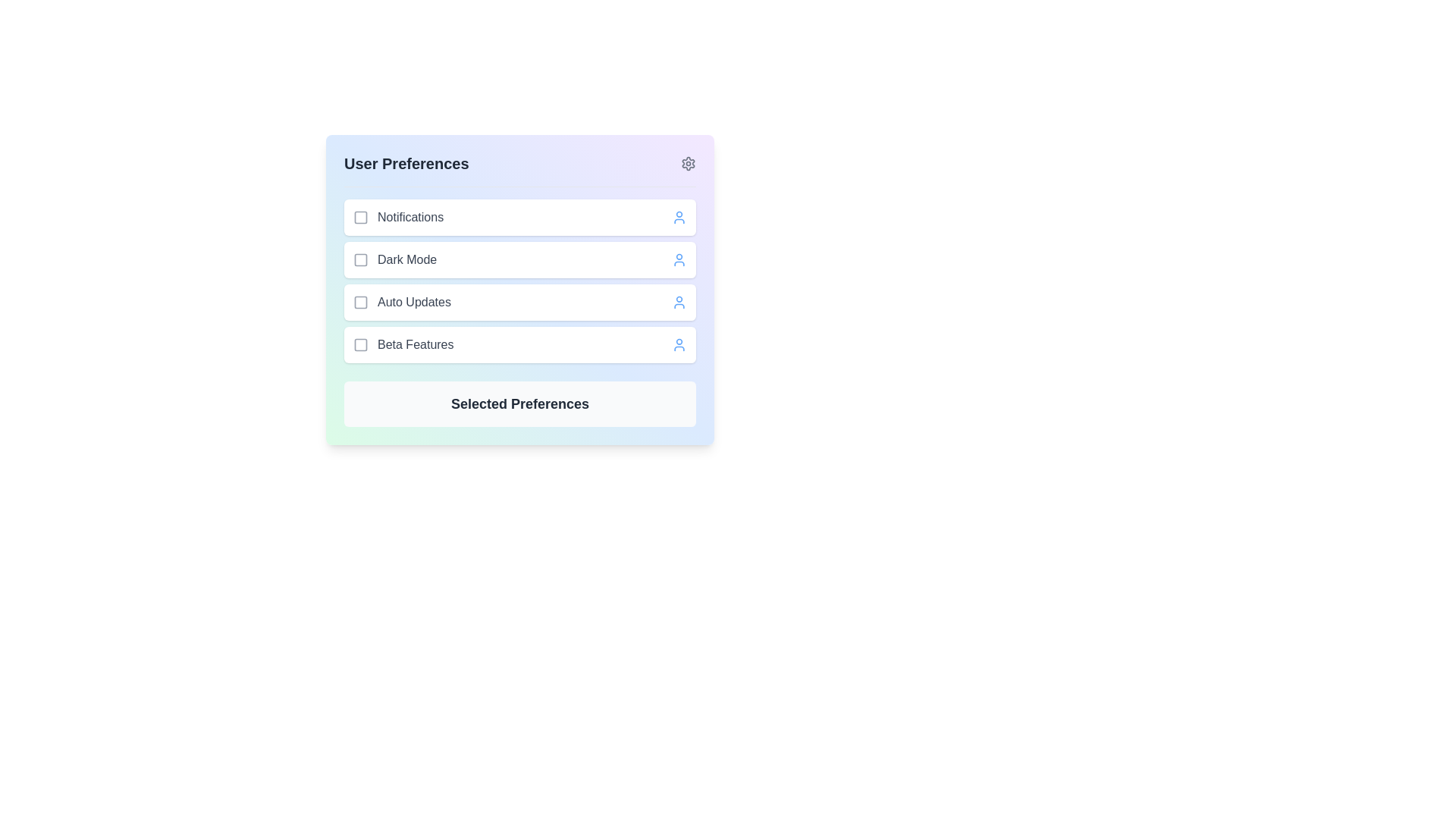 The image size is (1456, 819). I want to click on the checkbox, so click(359, 345).